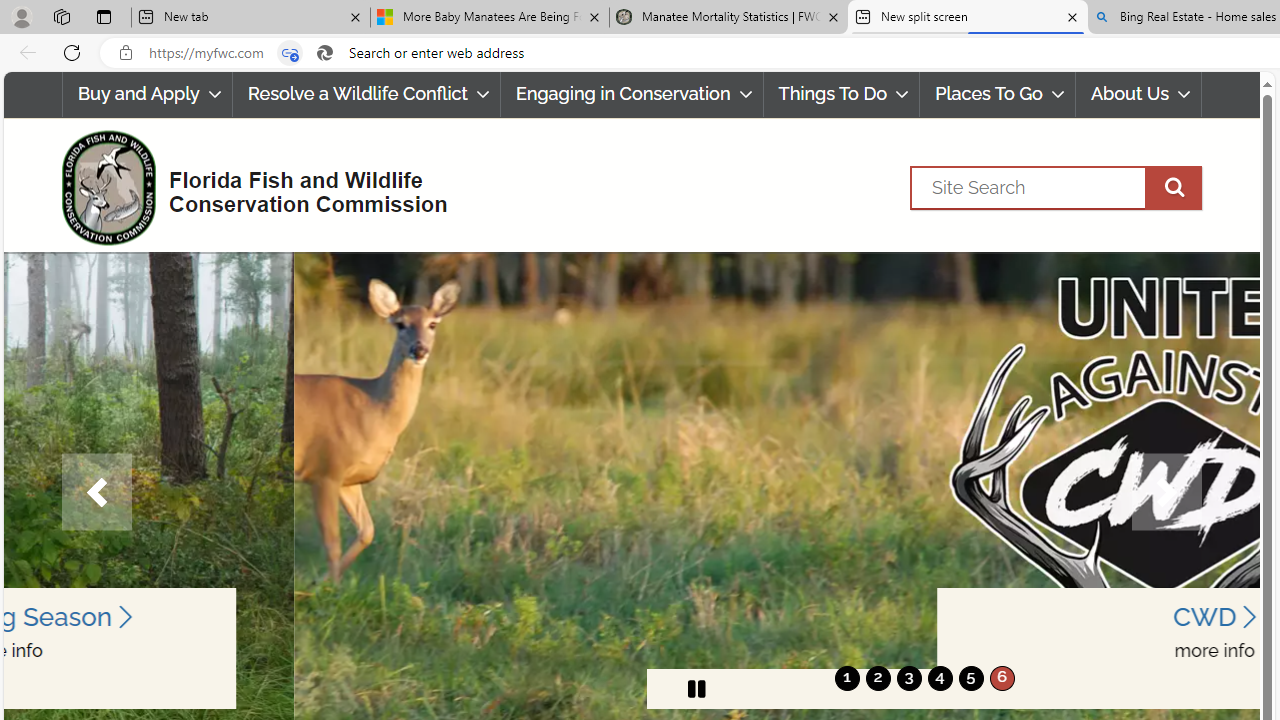 The image size is (1280, 720). Describe the element at coordinates (325, 52) in the screenshot. I see `'Search icon'` at that location.